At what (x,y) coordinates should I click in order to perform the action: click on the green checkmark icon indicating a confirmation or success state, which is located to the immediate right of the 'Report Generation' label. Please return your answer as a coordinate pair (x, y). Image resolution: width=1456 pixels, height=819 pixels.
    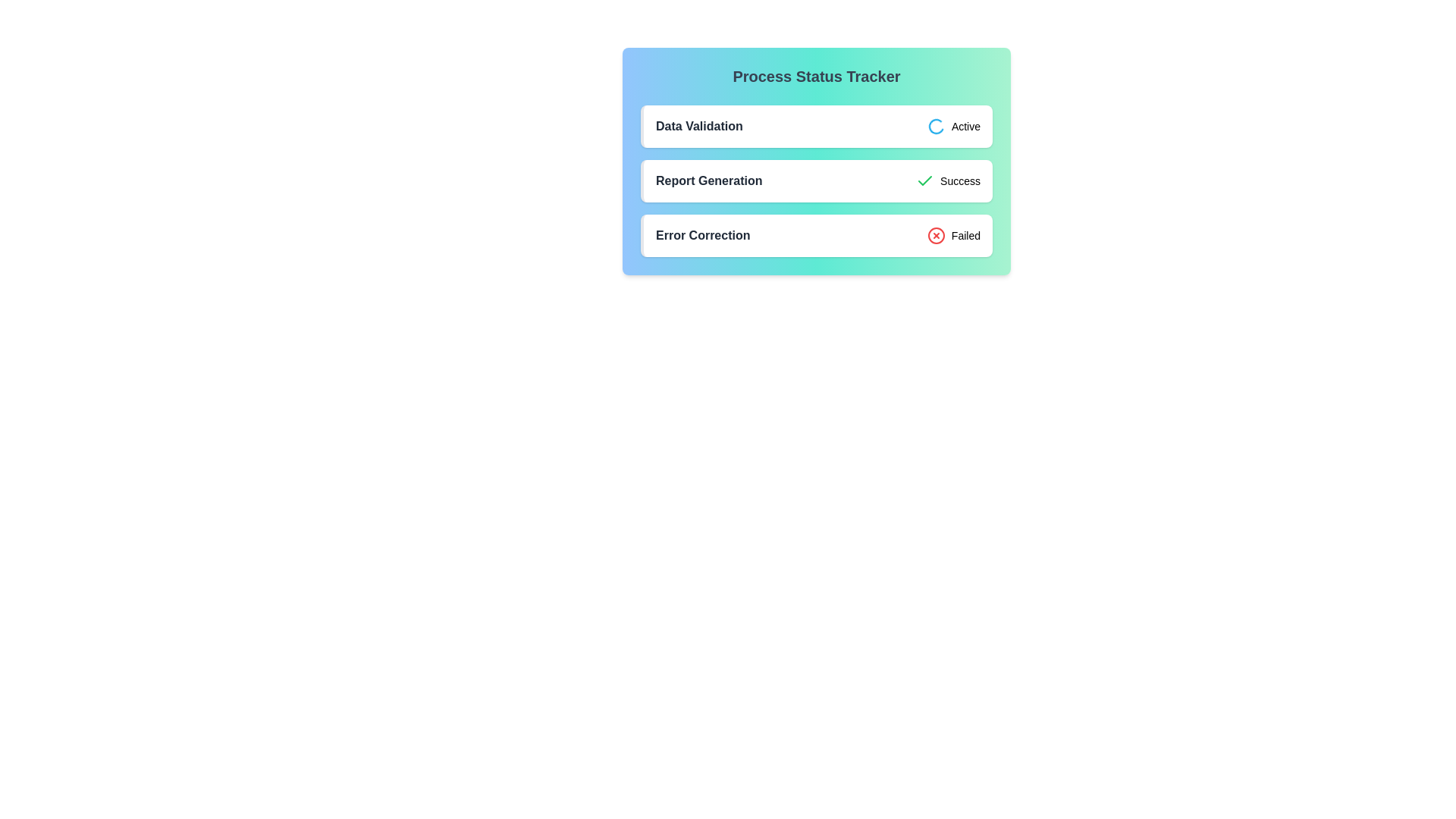
    Looking at the image, I should click on (924, 180).